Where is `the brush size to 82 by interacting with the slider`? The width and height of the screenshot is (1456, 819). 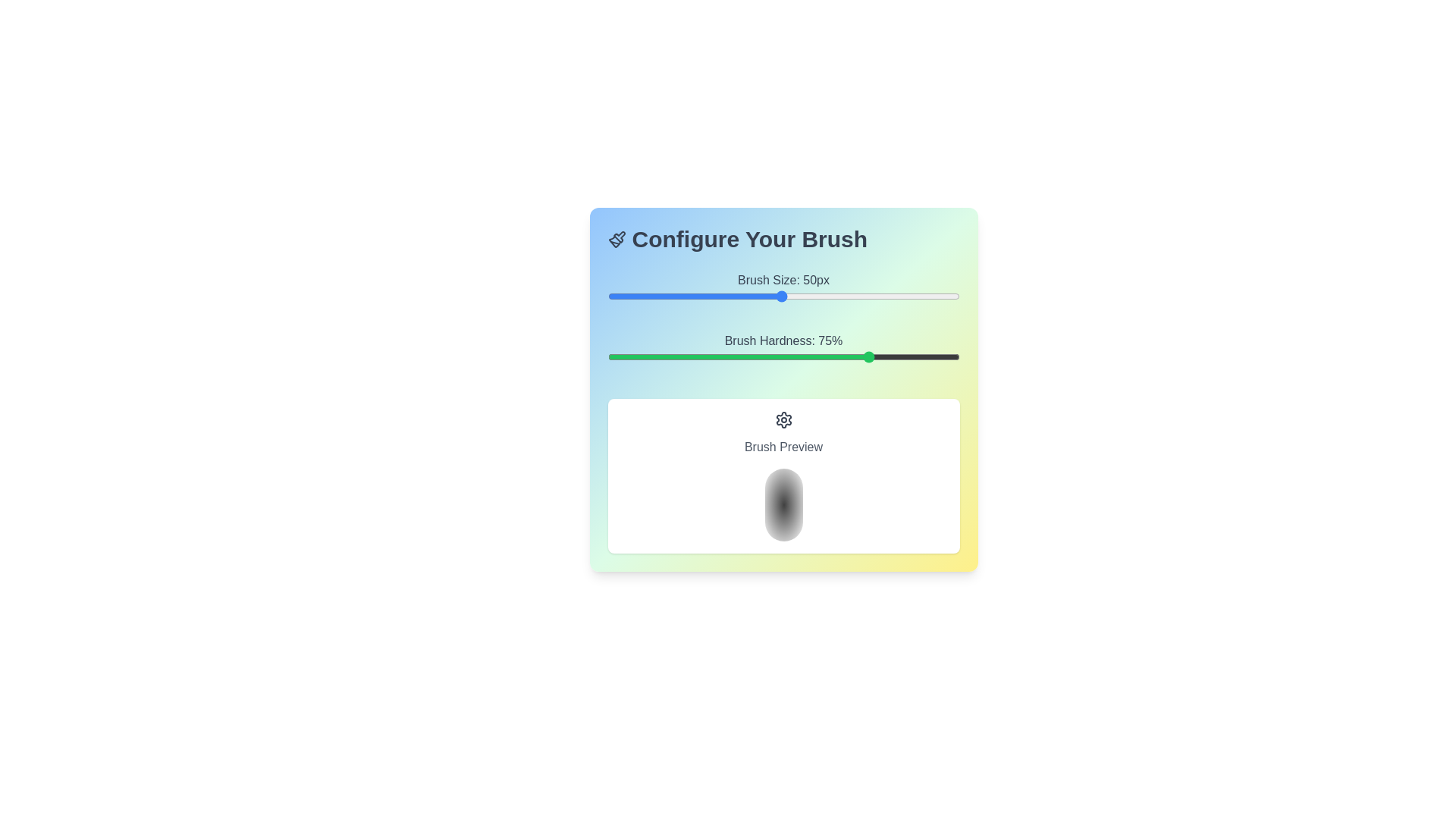 the brush size to 82 by interacting with the slider is located at coordinates (896, 296).